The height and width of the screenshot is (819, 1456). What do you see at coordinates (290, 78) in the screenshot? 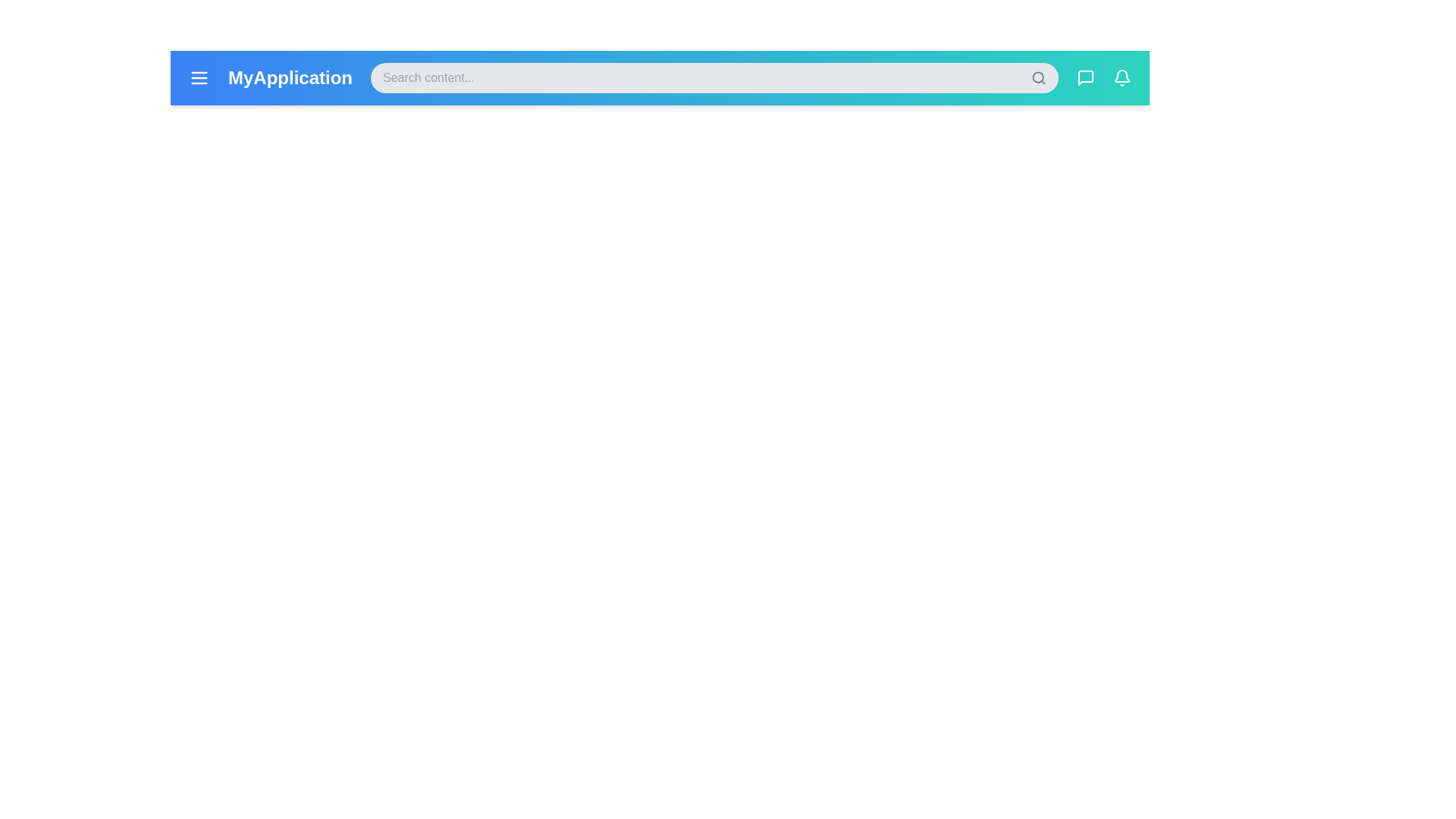
I see `the application title to focus on it` at bounding box center [290, 78].